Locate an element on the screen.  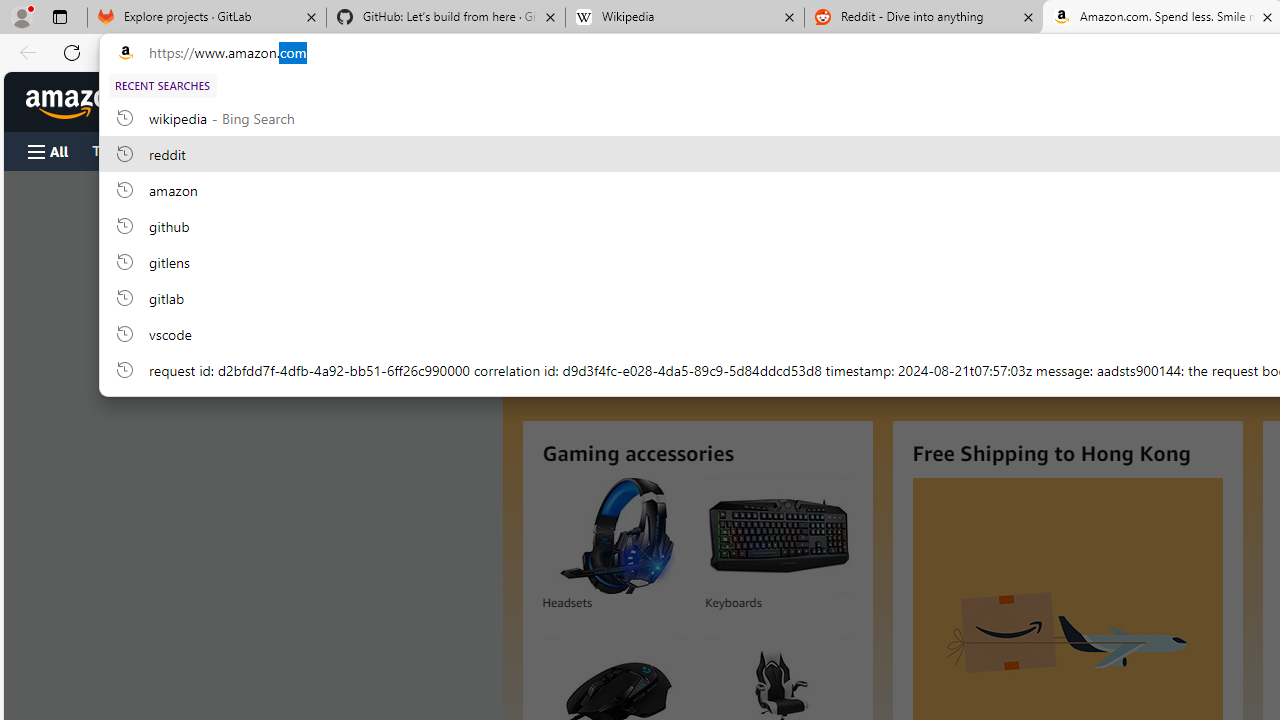
'Refresh' is located at coordinates (72, 51).